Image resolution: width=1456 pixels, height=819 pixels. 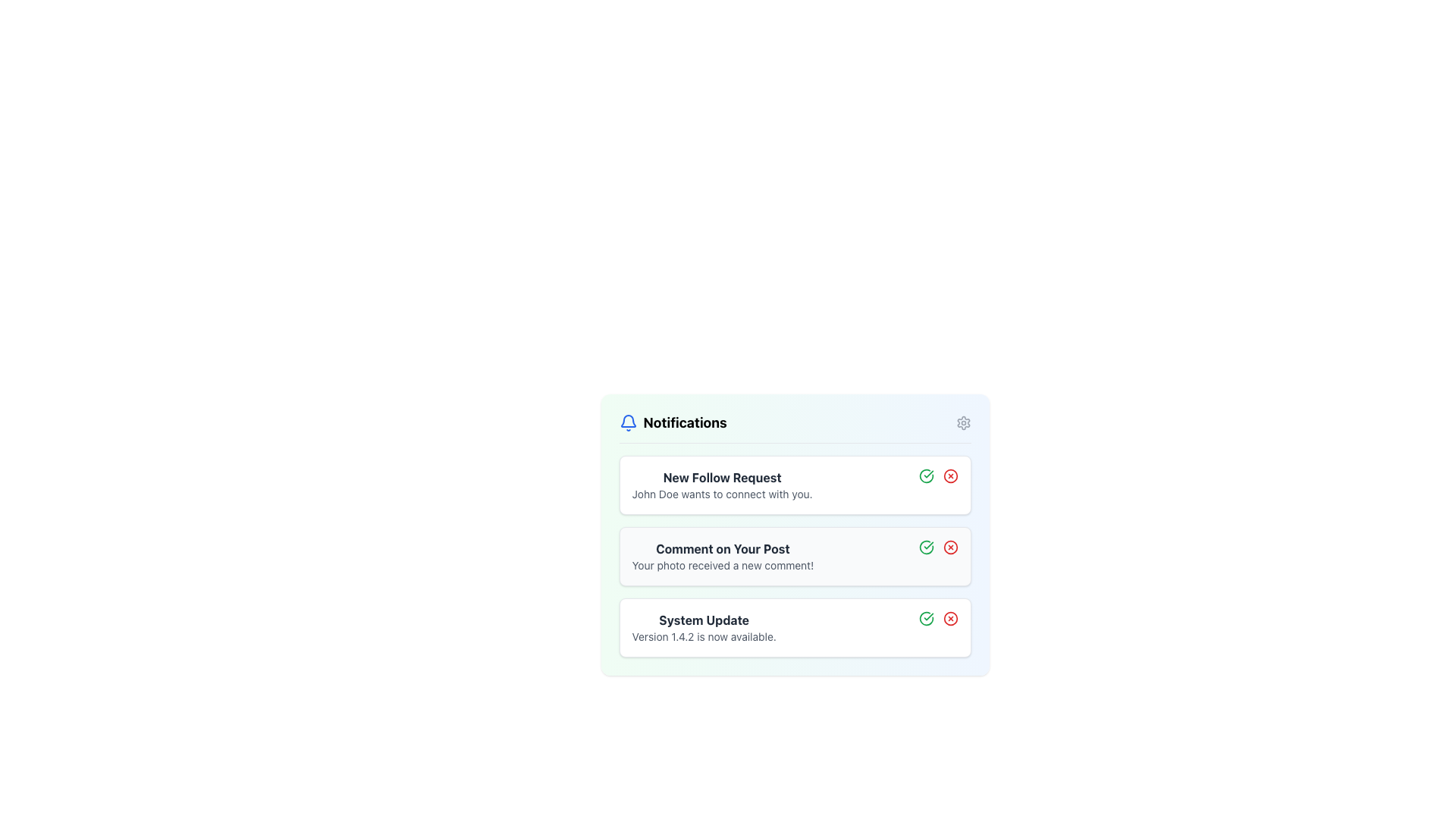 What do you see at coordinates (949, 619) in the screenshot?
I see `the dismiss button for the 'System Update' notification` at bounding box center [949, 619].